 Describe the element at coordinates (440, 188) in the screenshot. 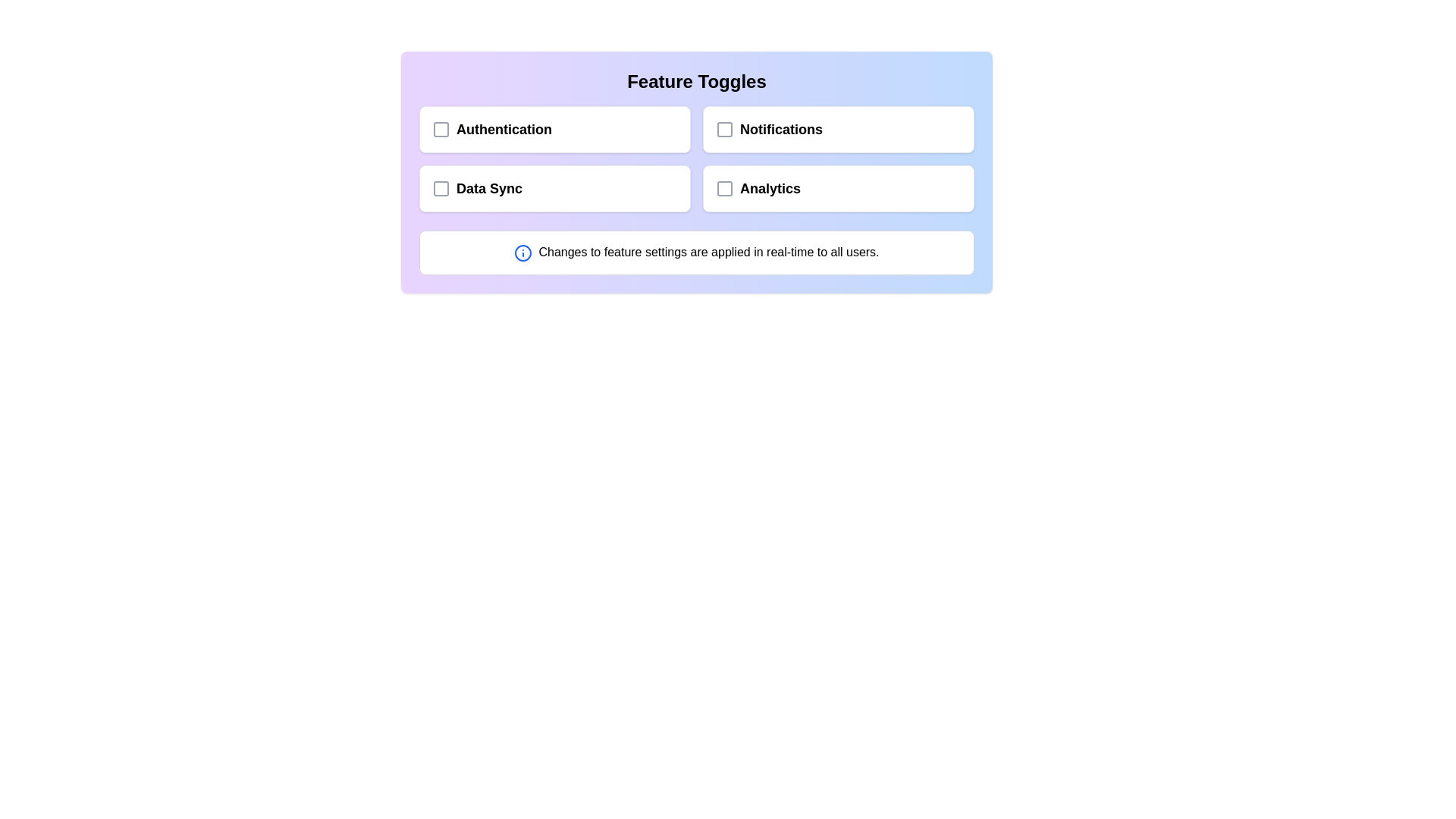

I see `the Checkbox icon for the 'Data Sync' feature, which is located in the second row of the feature toggle list, directly to the left of the 'Data Sync' label` at that location.